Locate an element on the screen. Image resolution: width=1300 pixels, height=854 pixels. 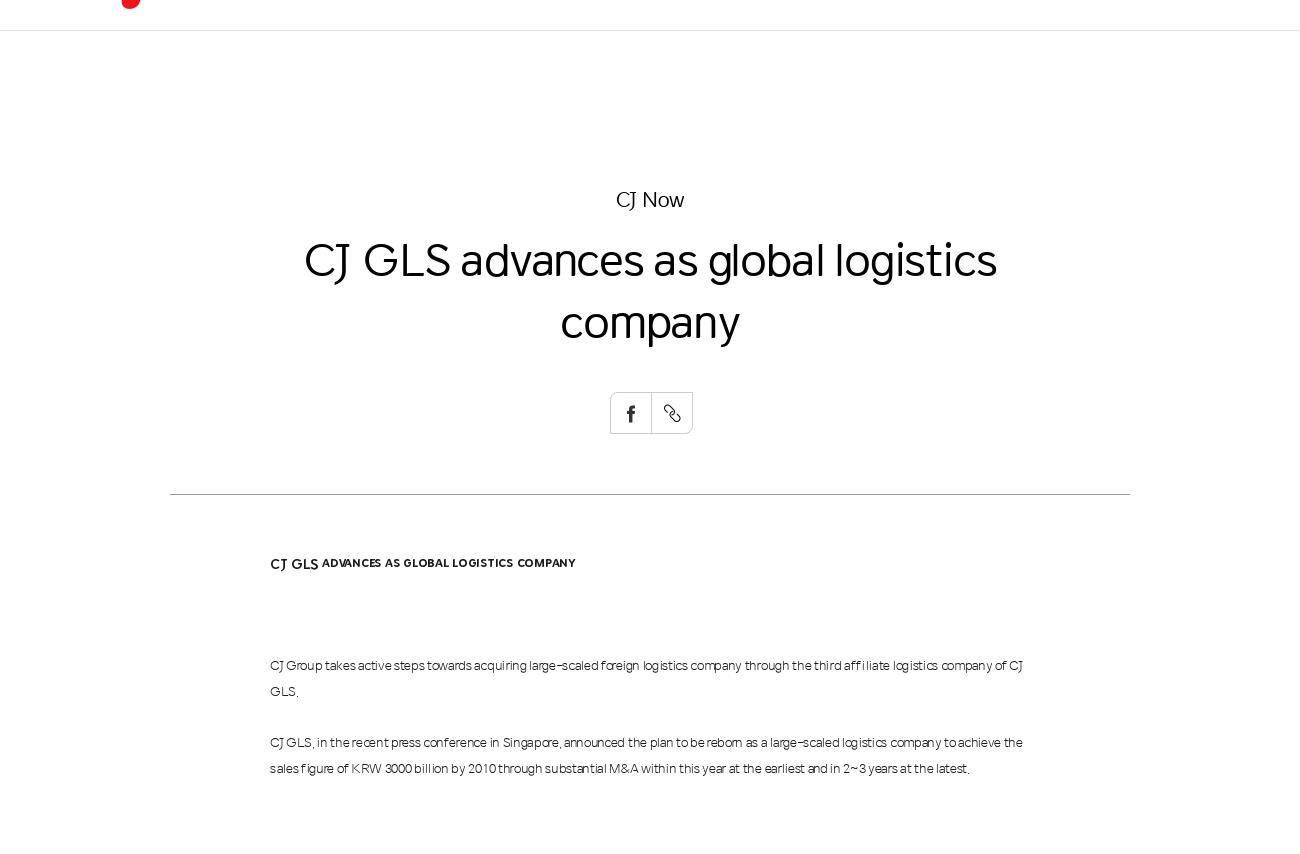
'Convenient' is located at coordinates (561, 233).